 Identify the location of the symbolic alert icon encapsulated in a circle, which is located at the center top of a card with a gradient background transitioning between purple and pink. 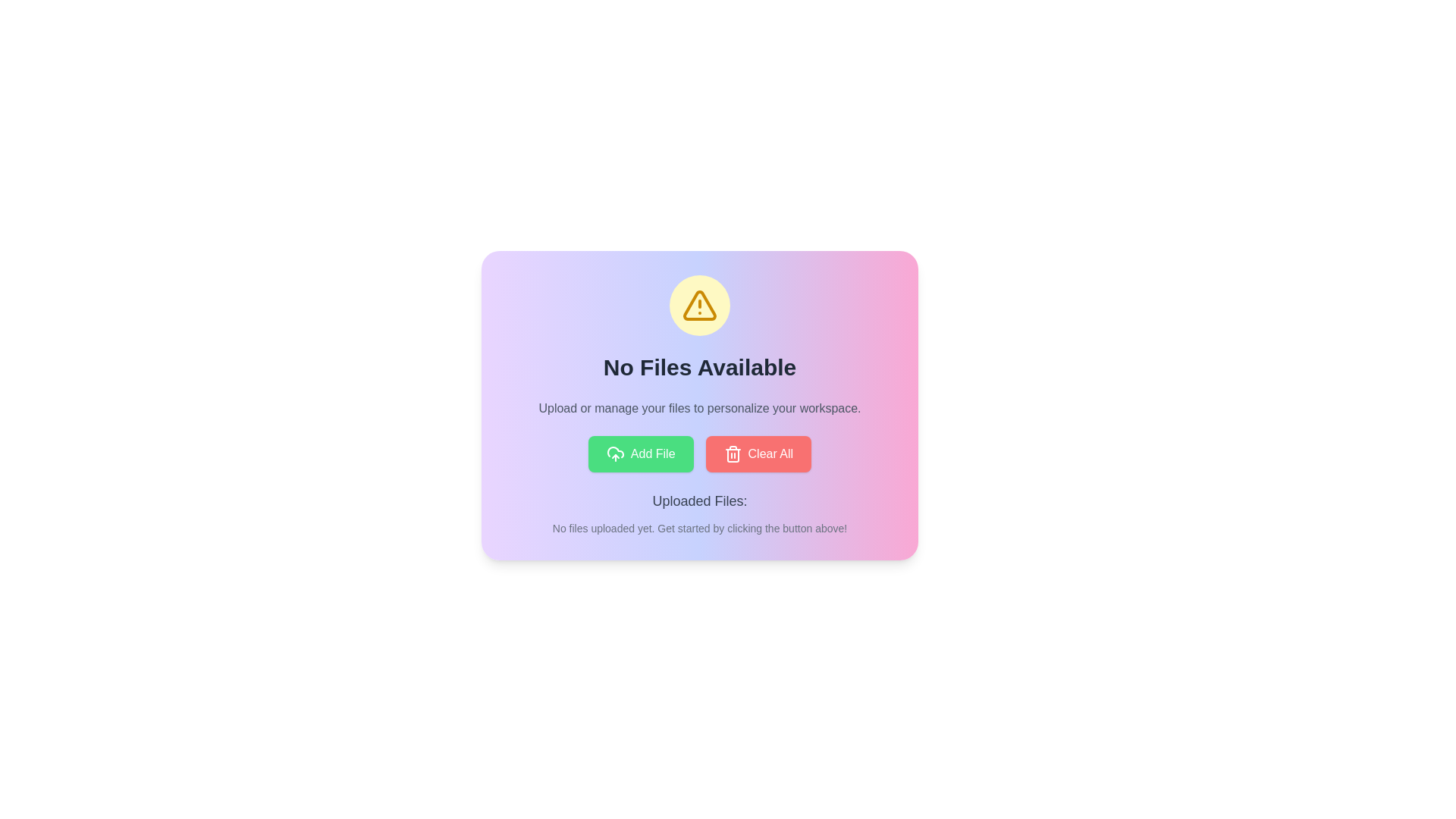
(698, 305).